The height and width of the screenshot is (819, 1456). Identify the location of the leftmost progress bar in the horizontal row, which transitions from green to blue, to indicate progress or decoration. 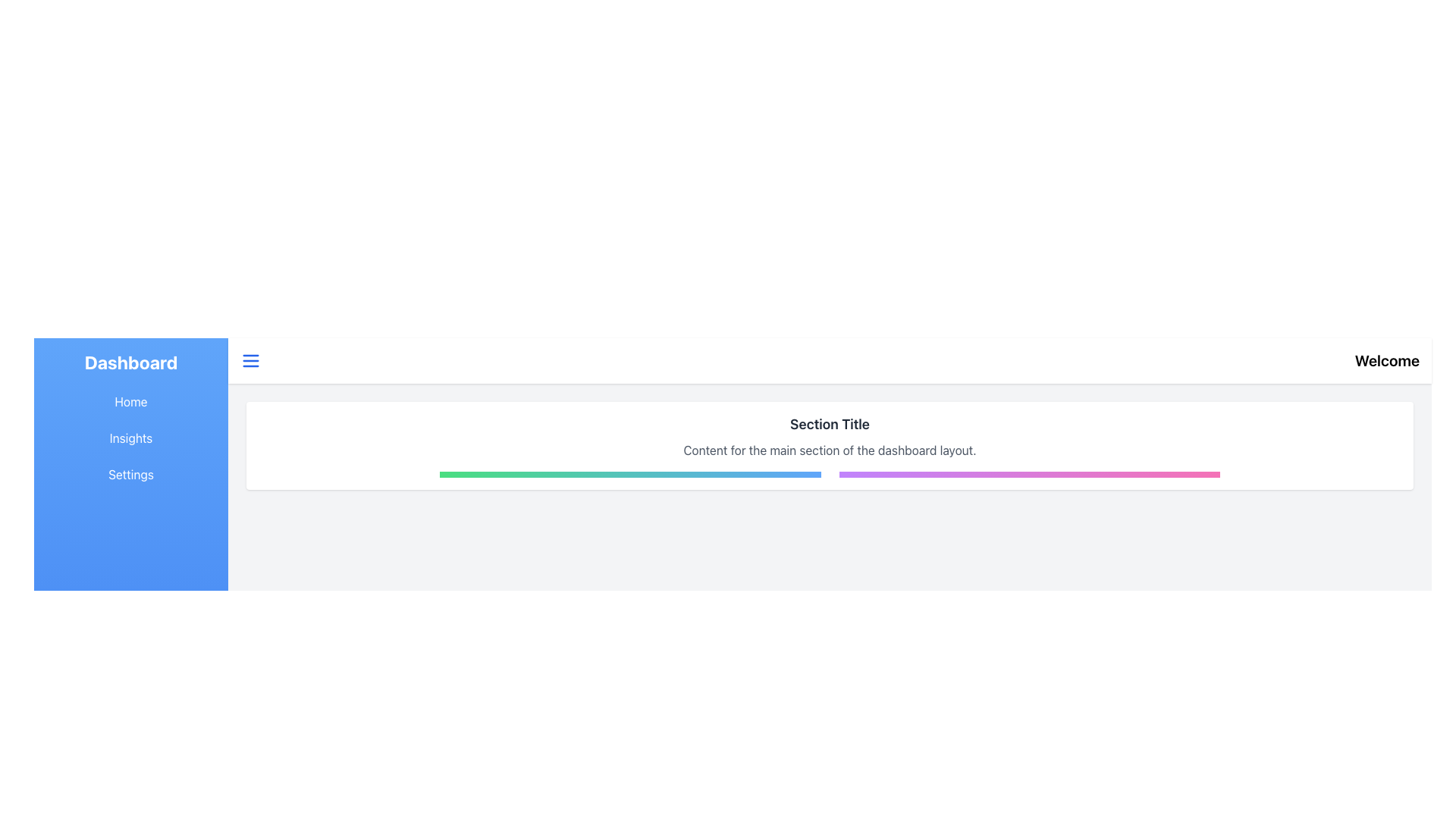
(630, 473).